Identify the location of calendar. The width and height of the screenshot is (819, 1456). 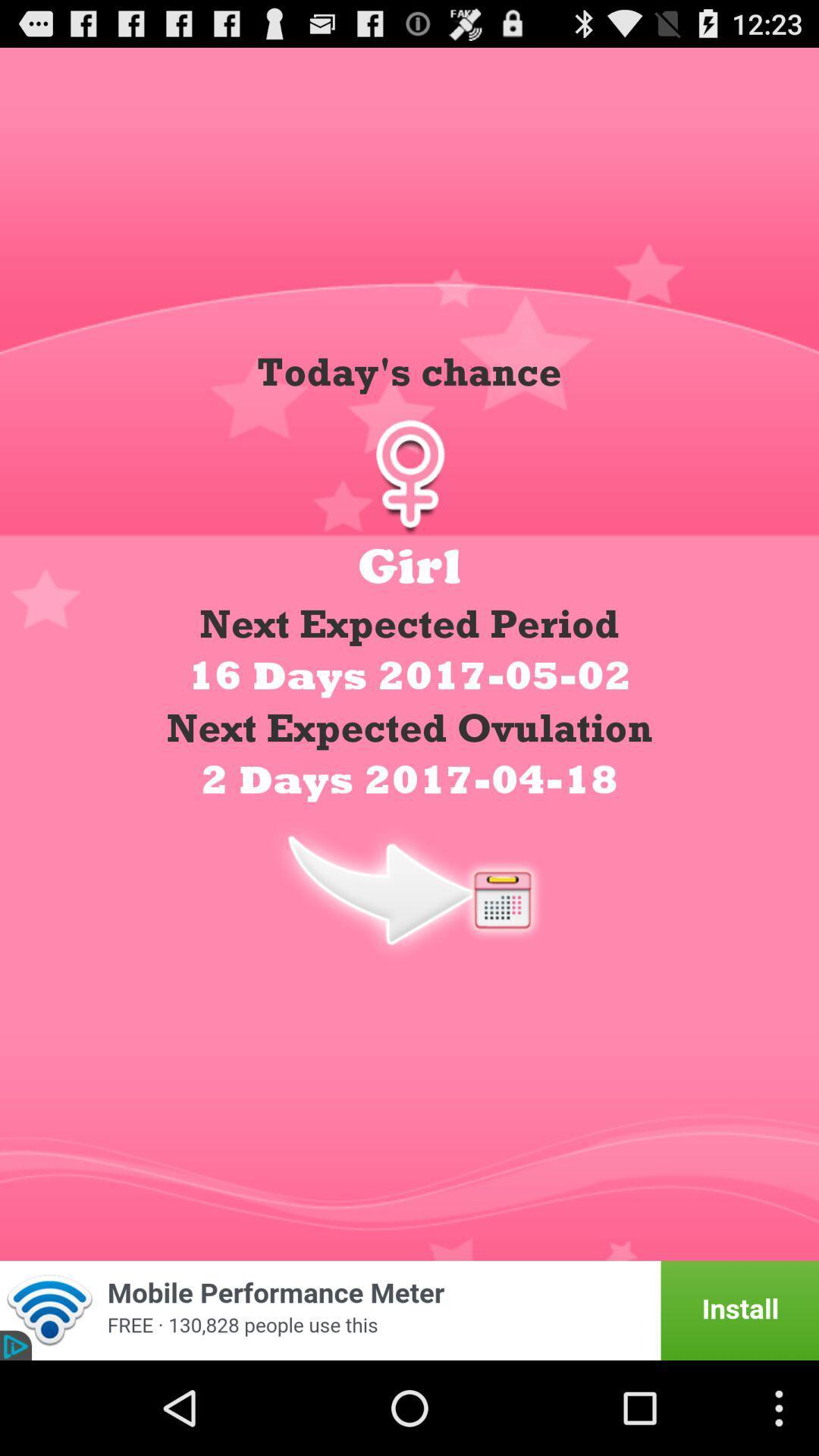
(409, 889).